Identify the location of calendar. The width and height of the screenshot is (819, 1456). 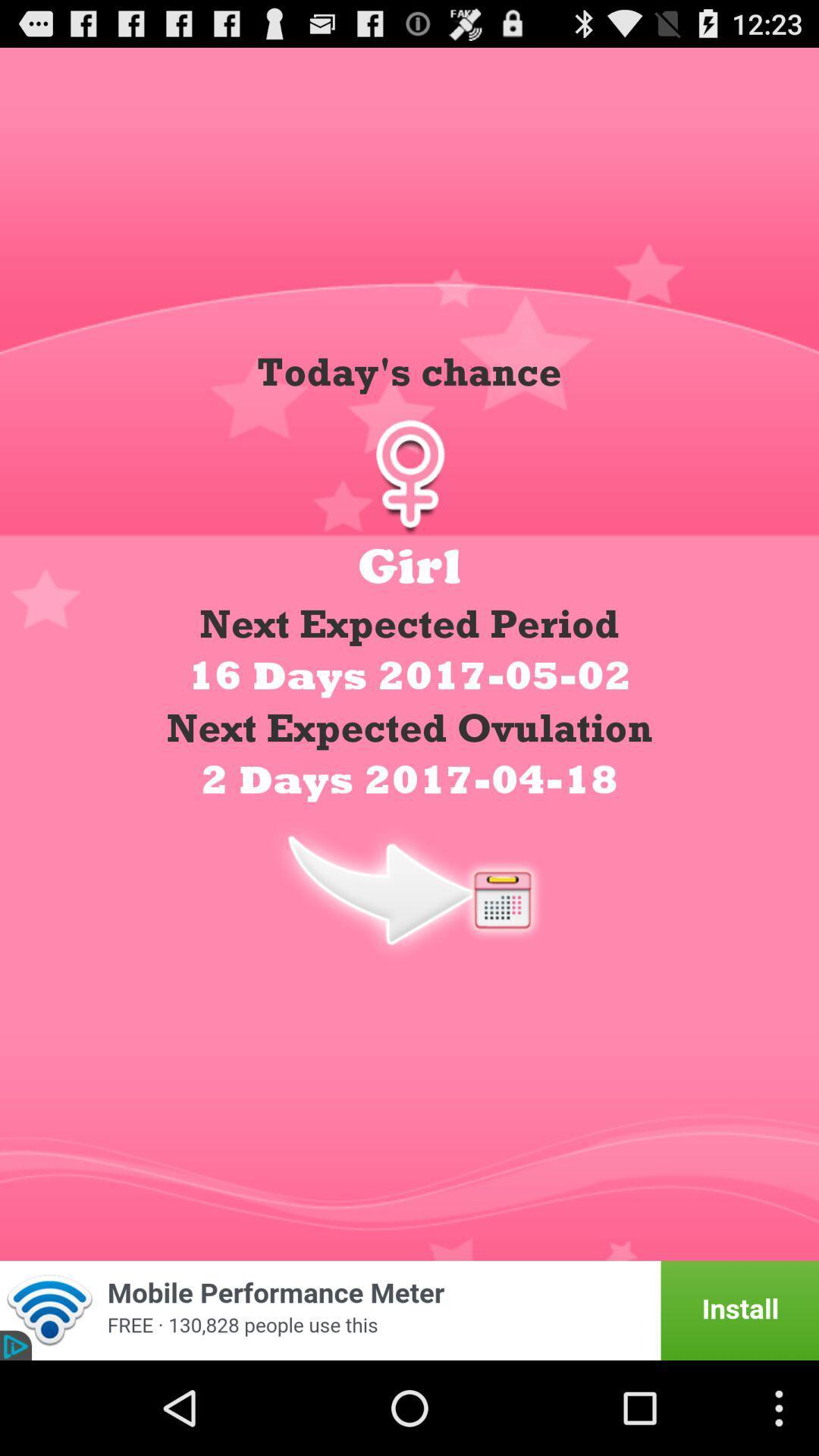
(409, 889).